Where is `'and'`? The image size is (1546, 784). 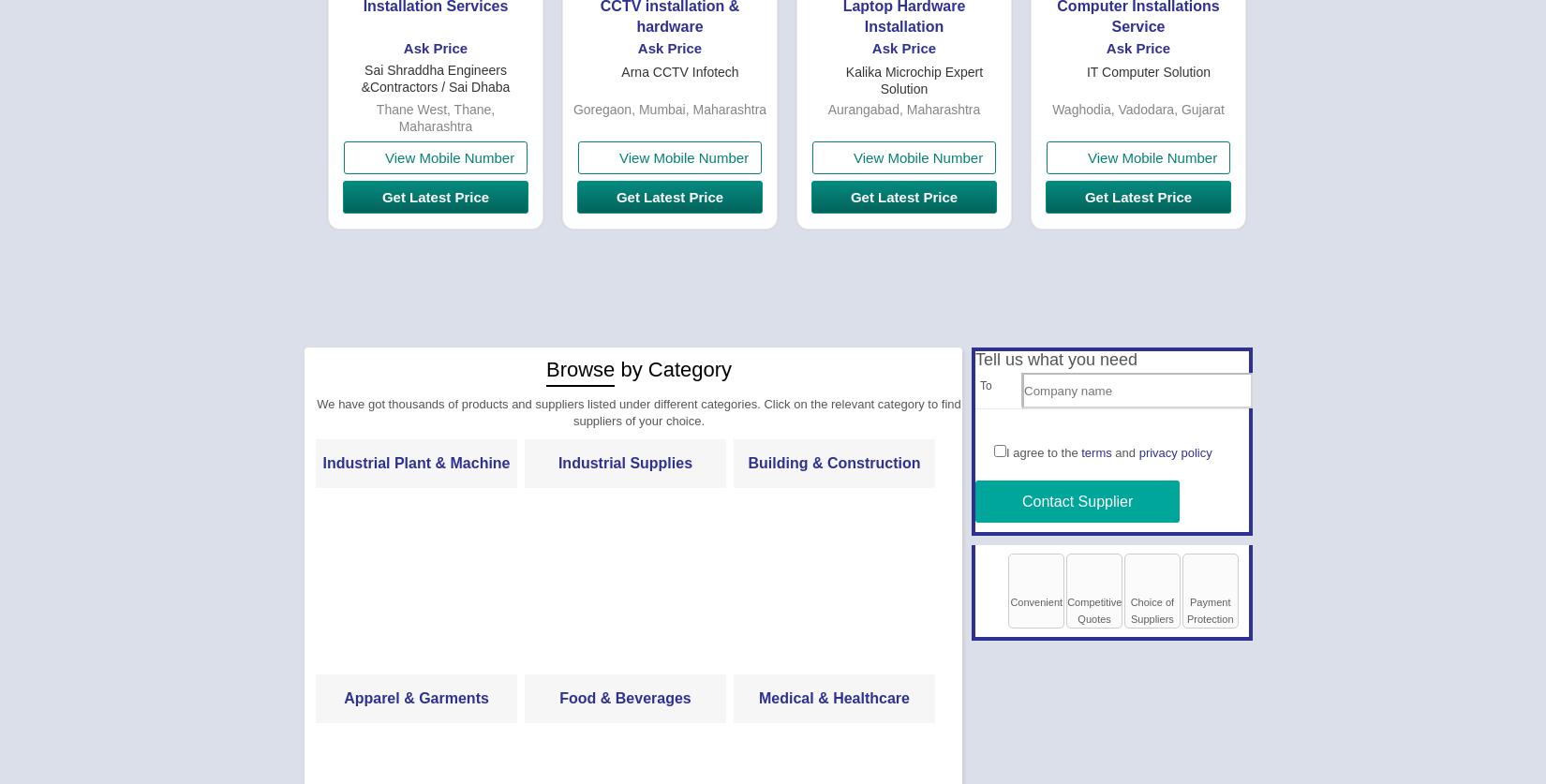
'and' is located at coordinates (1124, 451).